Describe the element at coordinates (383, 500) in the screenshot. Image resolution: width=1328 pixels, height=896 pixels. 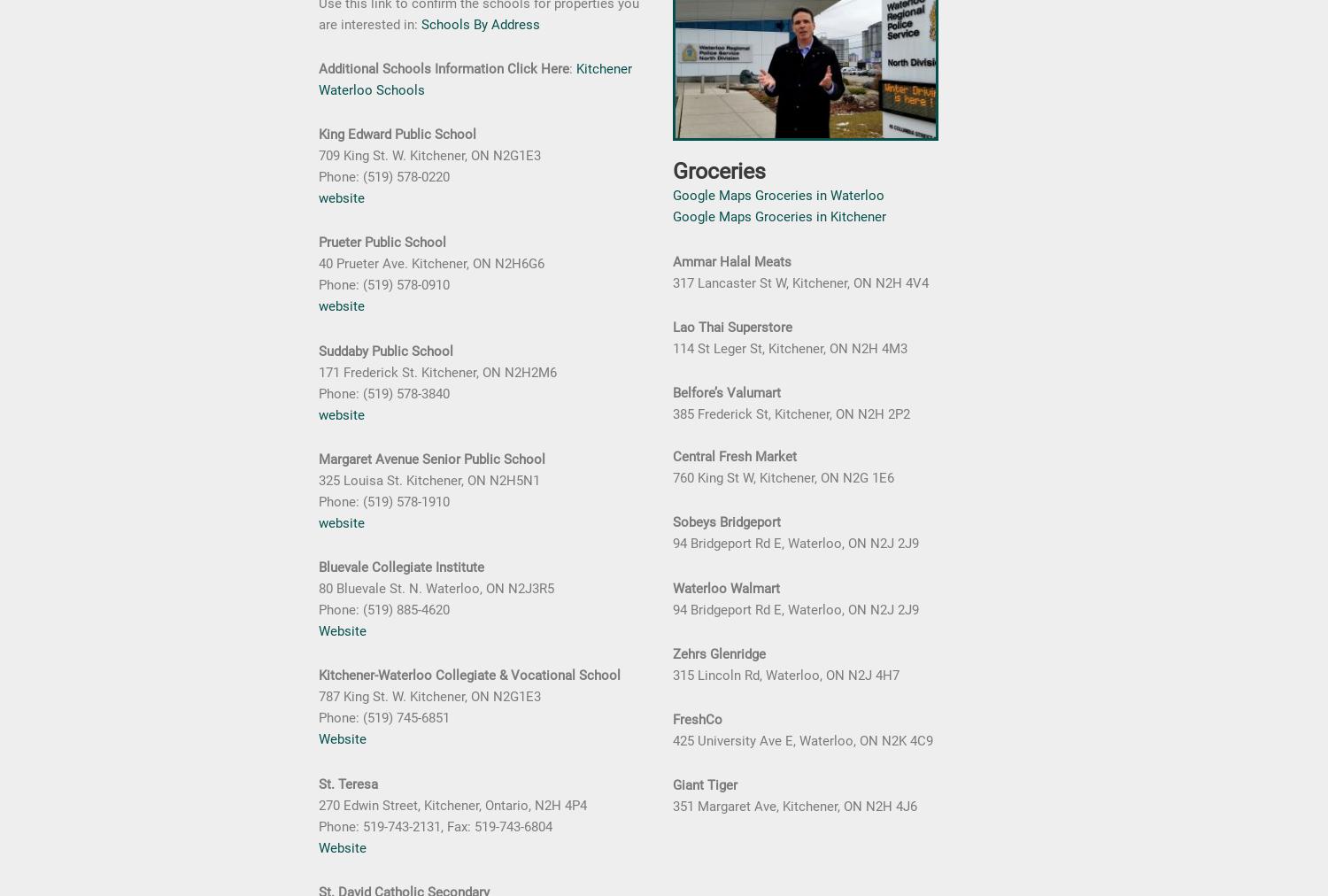
I see `'Phone: (519) 578-1910'` at that location.